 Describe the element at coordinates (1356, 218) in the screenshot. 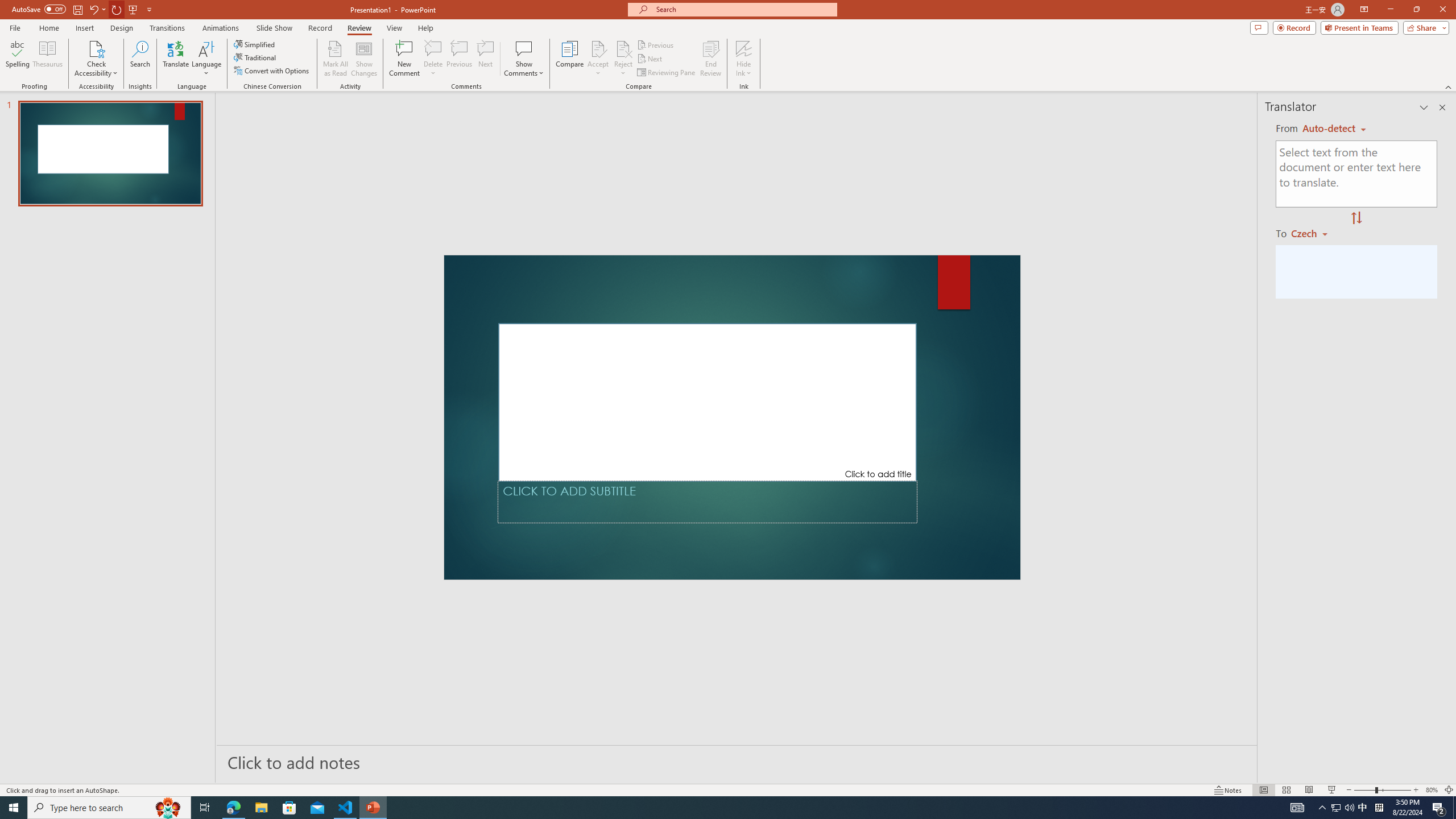

I see `'Swap "from" and "to" languages.'` at that location.